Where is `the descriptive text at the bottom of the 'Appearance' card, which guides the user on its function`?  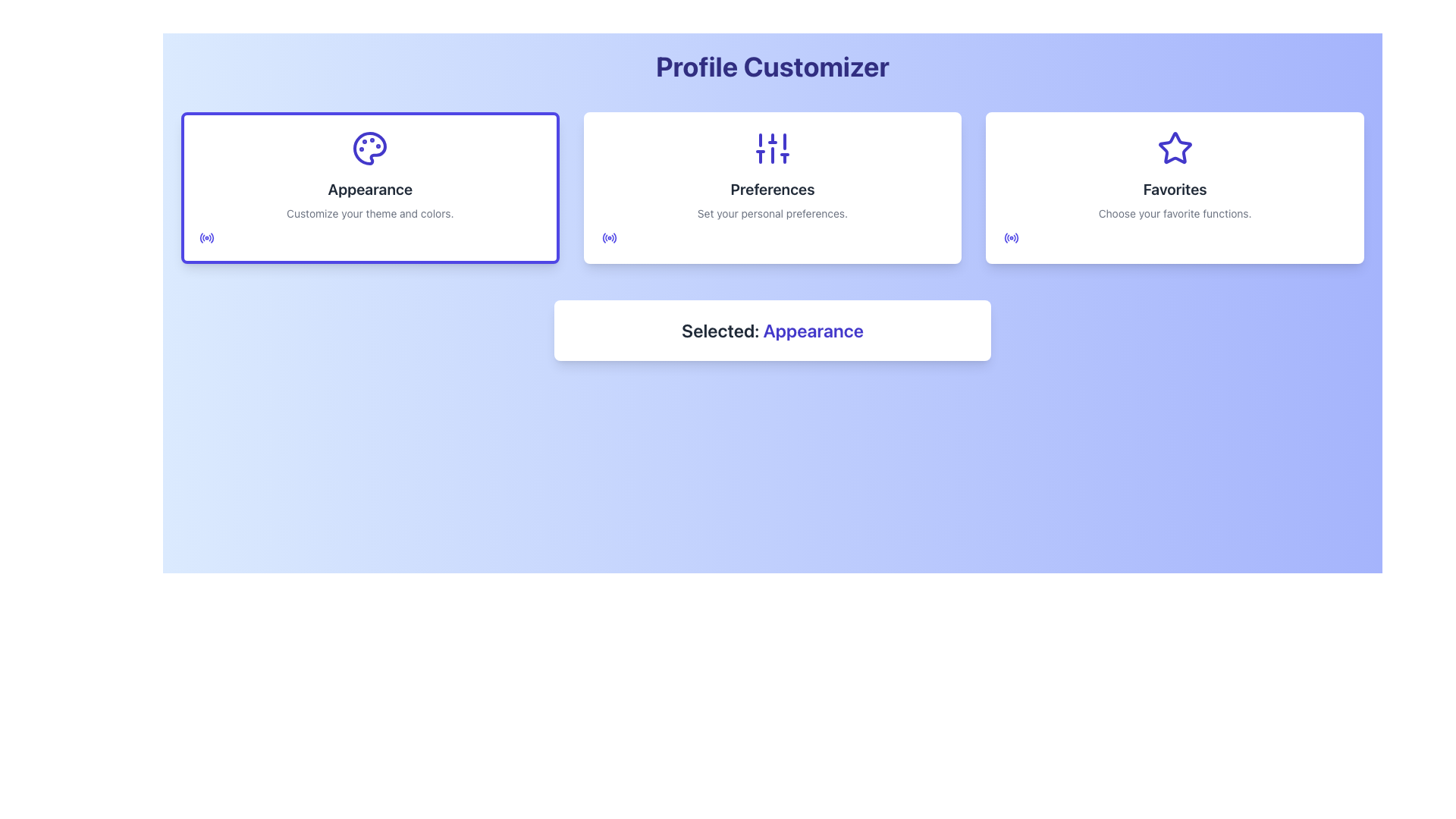 the descriptive text at the bottom of the 'Appearance' card, which guides the user on its function is located at coordinates (370, 213).